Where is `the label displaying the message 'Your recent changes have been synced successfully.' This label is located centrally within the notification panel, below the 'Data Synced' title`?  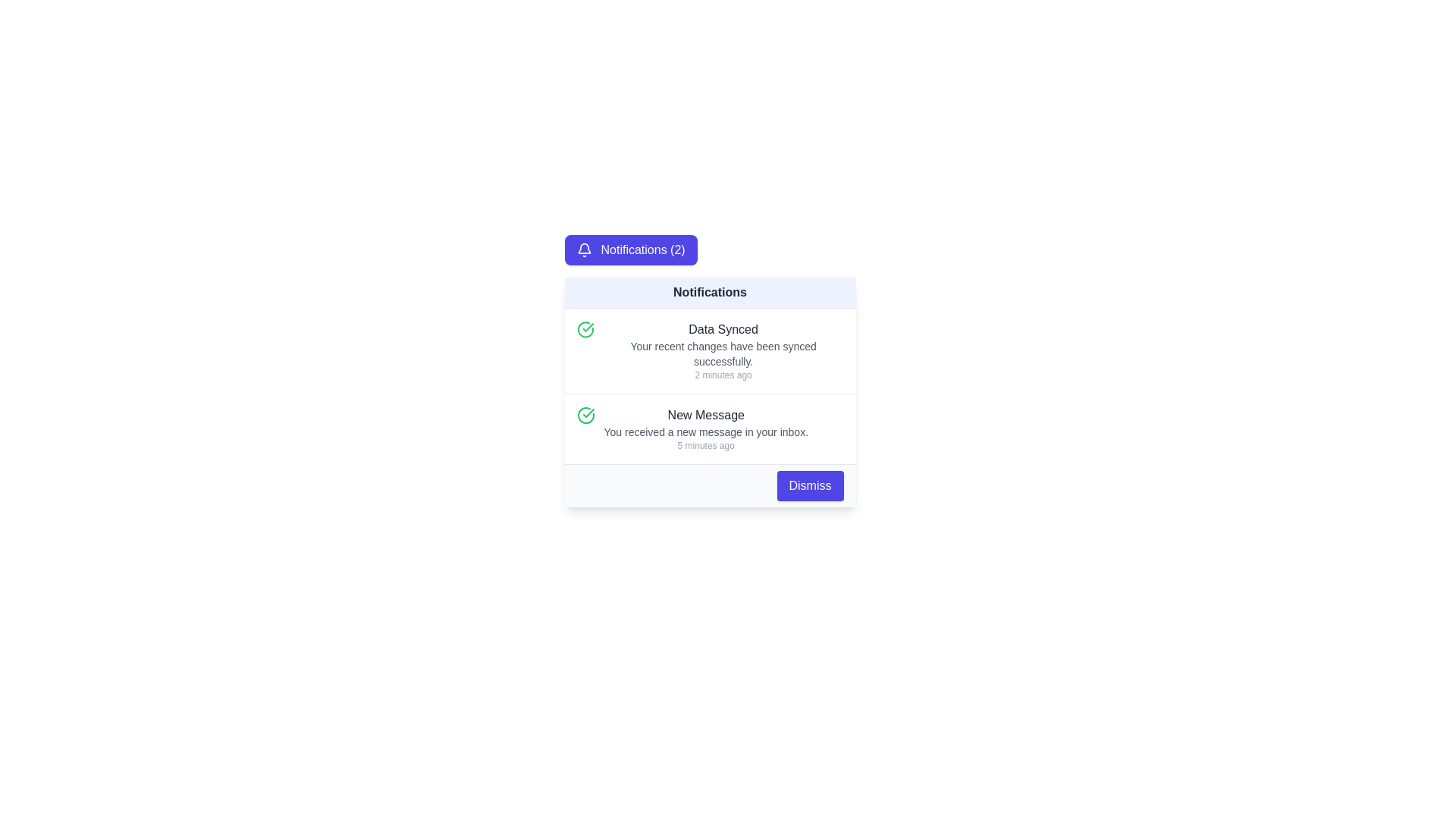 the label displaying the message 'Your recent changes have been synced successfully.' This label is located centrally within the notification panel, below the 'Data Synced' title is located at coordinates (723, 353).